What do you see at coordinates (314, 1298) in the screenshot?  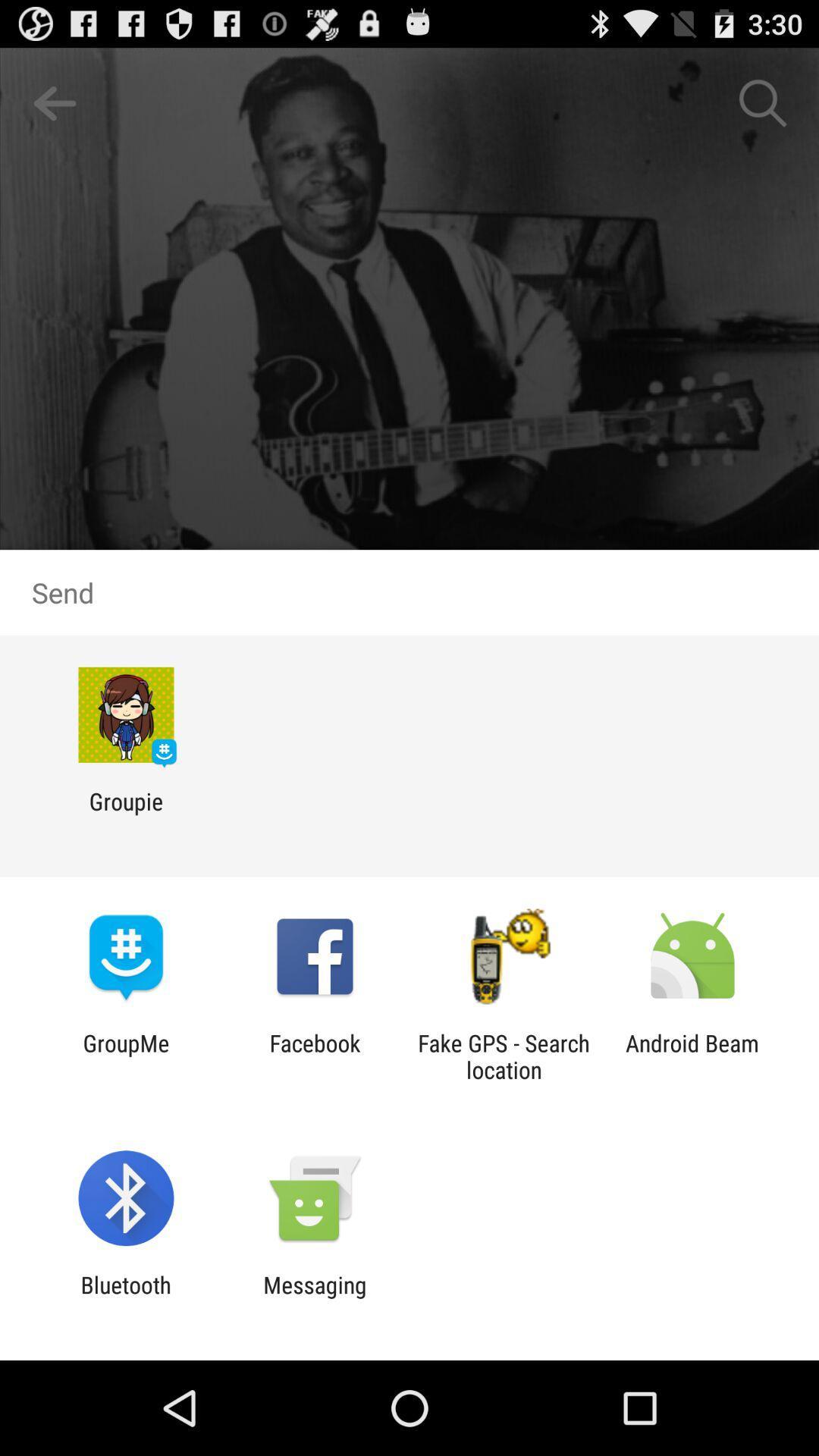 I see `icon next to the bluetooth app` at bounding box center [314, 1298].